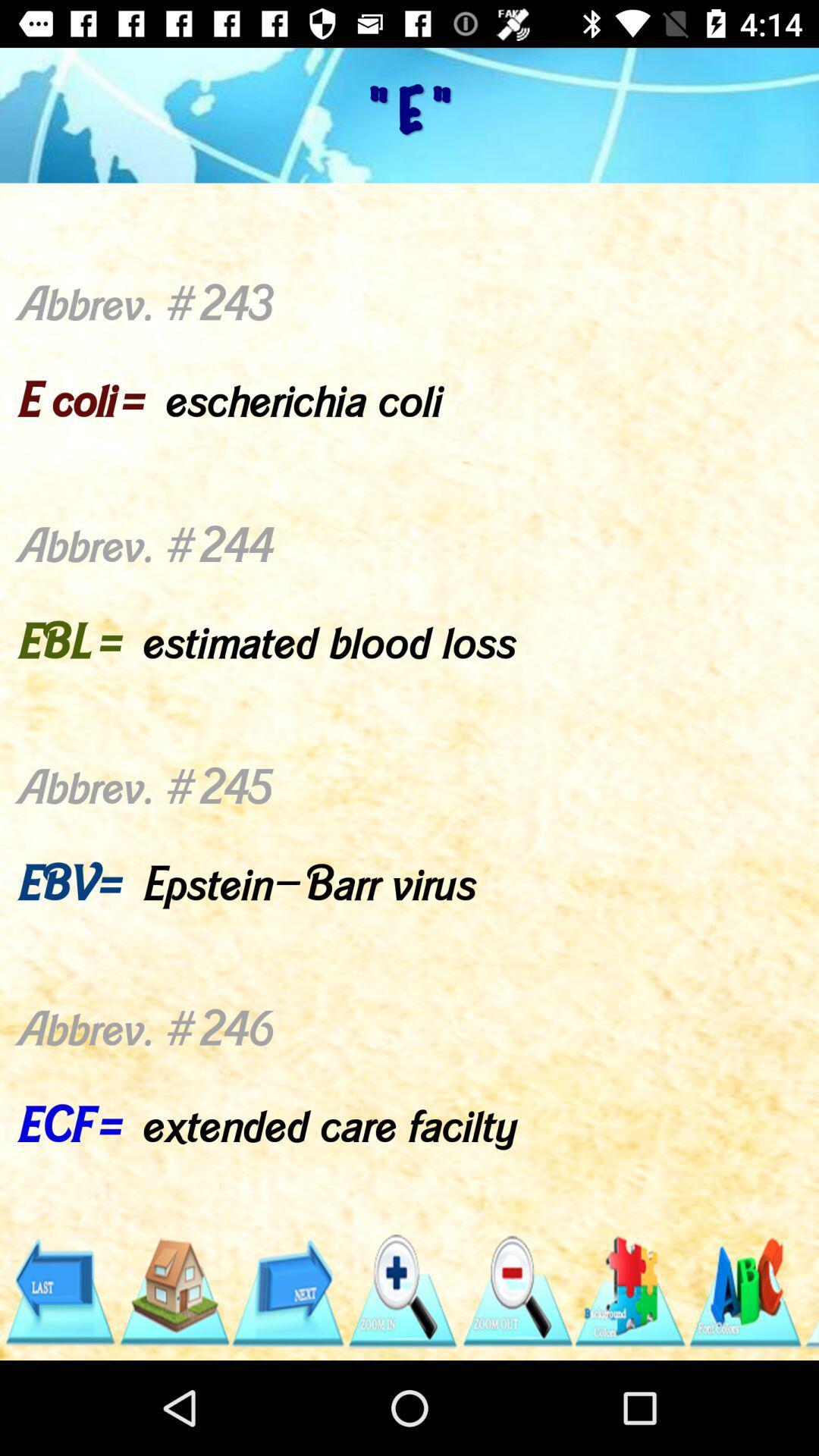 The width and height of the screenshot is (819, 1456). Describe the element at coordinates (287, 1291) in the screenshot. I see `the arrow_forward icon` at that location.